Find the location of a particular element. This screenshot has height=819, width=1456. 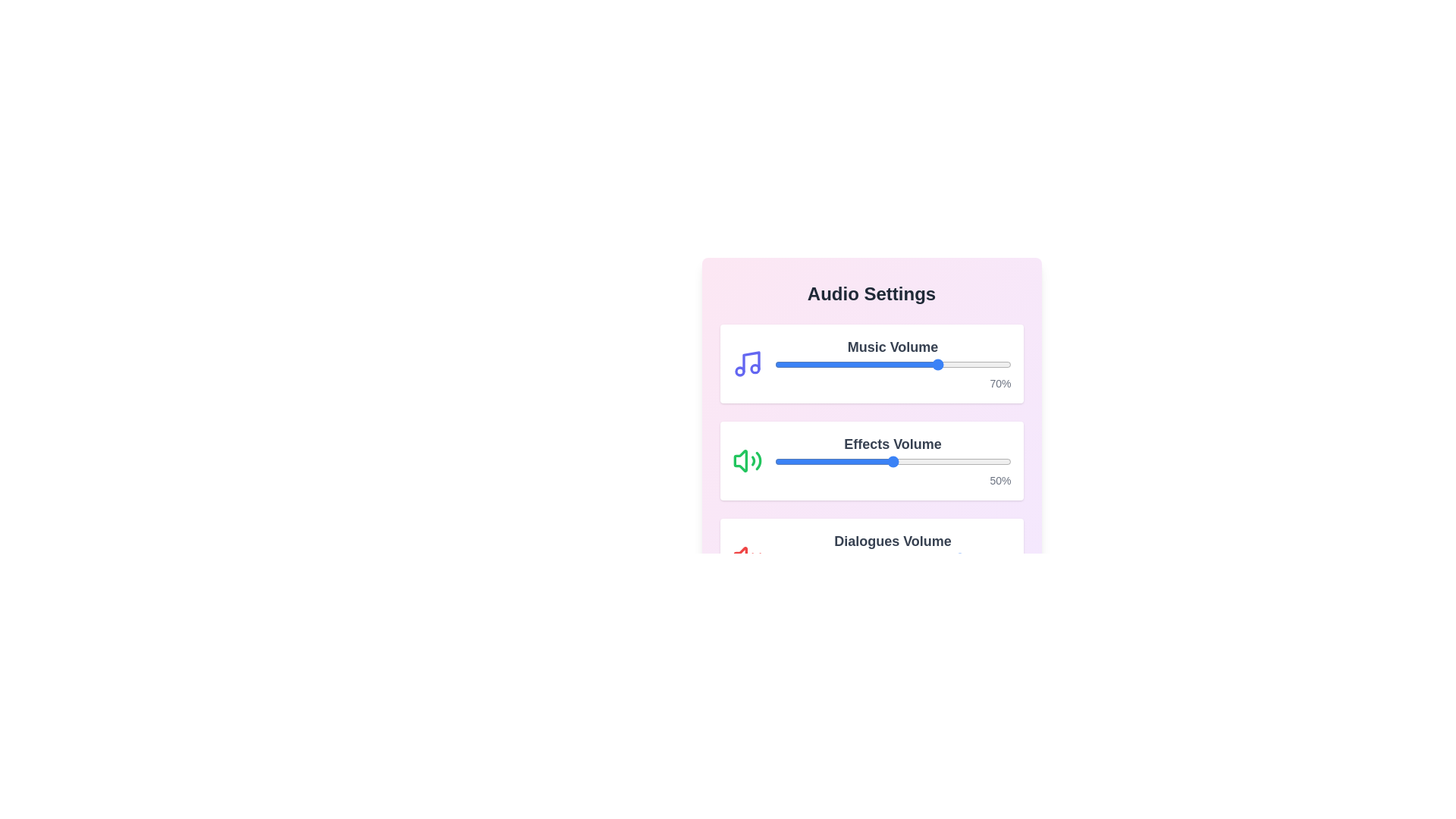

the Dialogues Volume slider to 81% is located at coordinates (965, 558).